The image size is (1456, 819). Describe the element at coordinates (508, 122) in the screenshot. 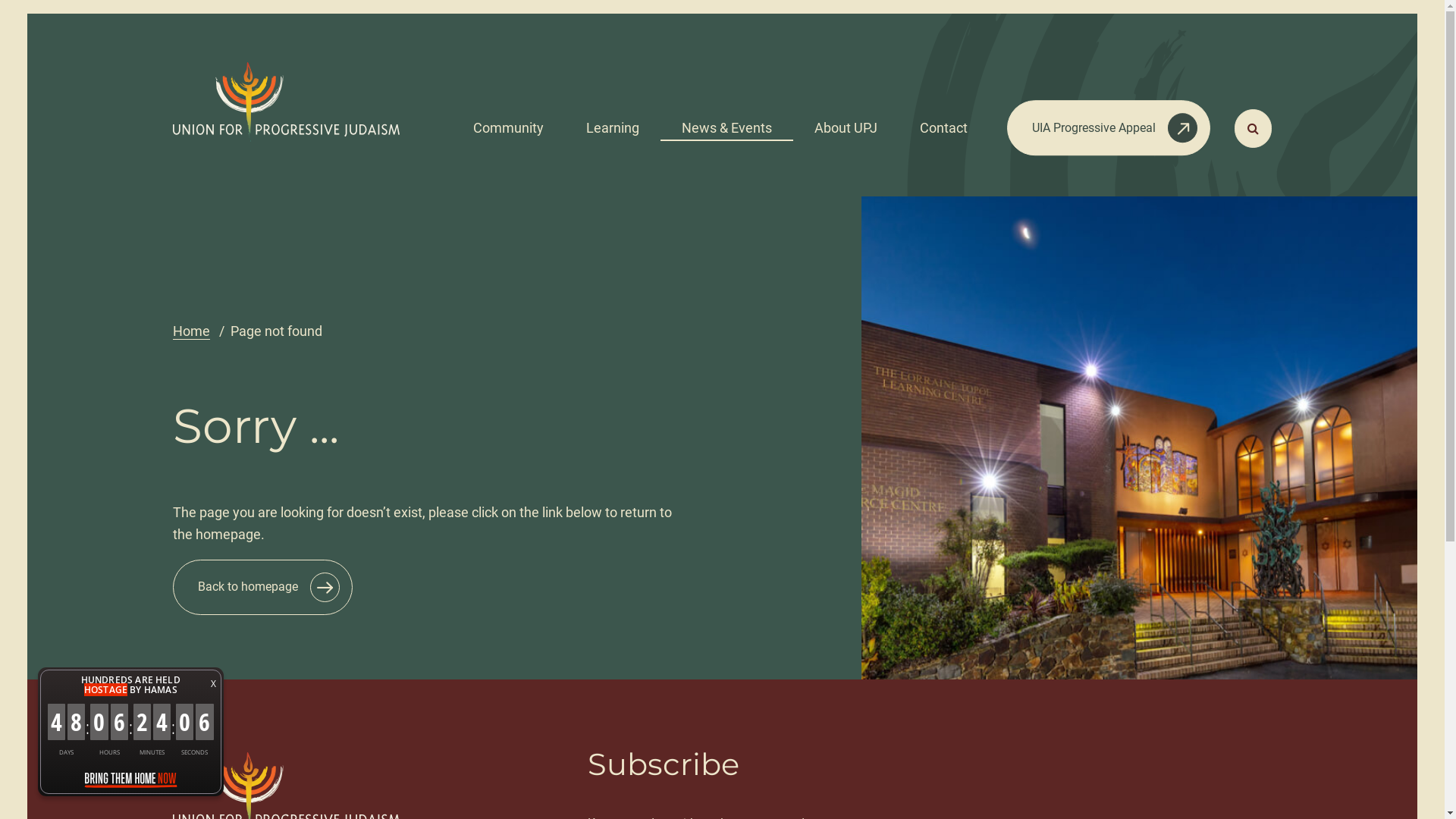

I see `'Community'` at that location.